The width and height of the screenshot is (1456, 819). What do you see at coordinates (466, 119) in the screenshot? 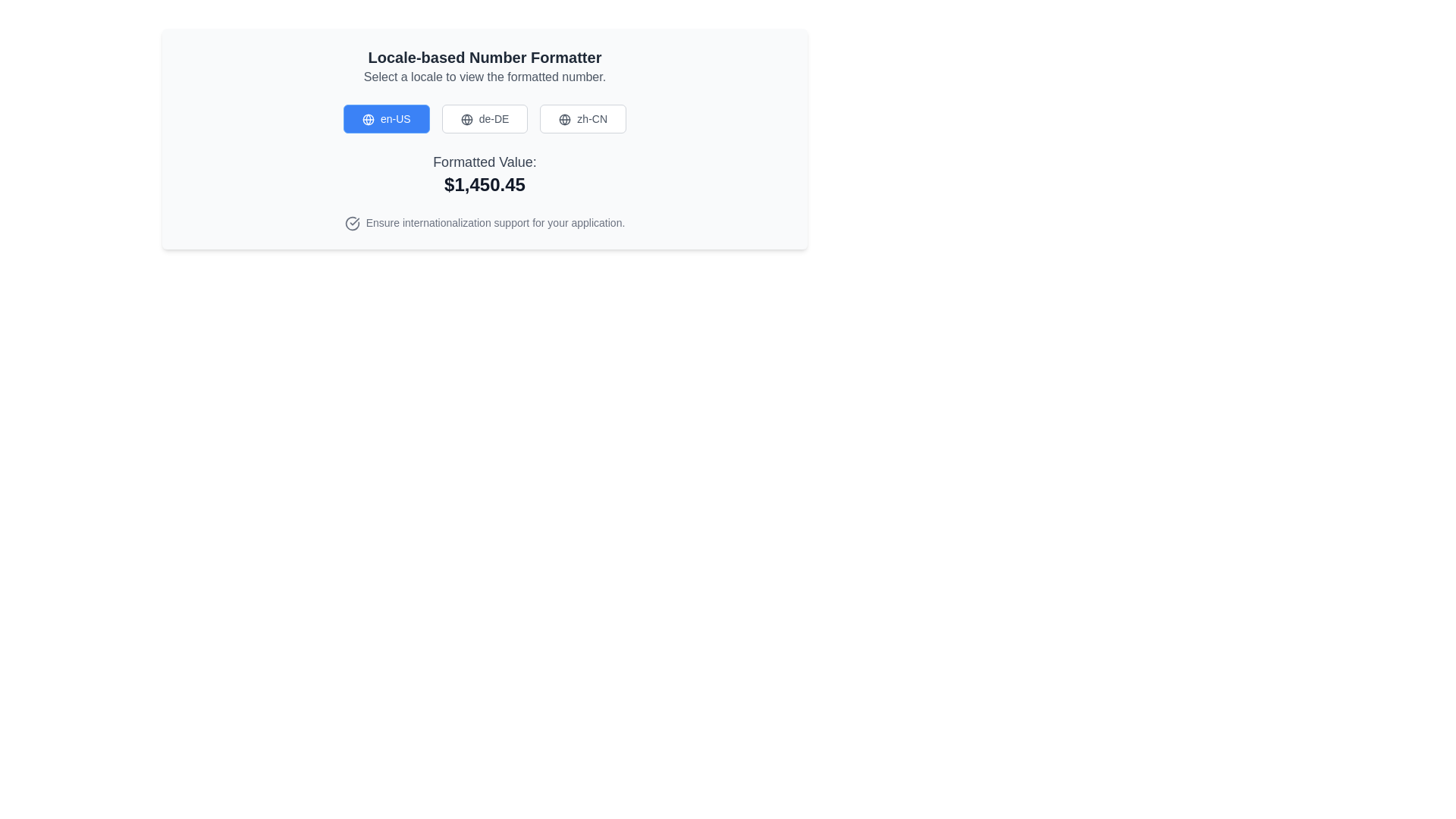
I see `the globe icon located to the left of the 'de-DE' button` at bounding box center [466, 119].